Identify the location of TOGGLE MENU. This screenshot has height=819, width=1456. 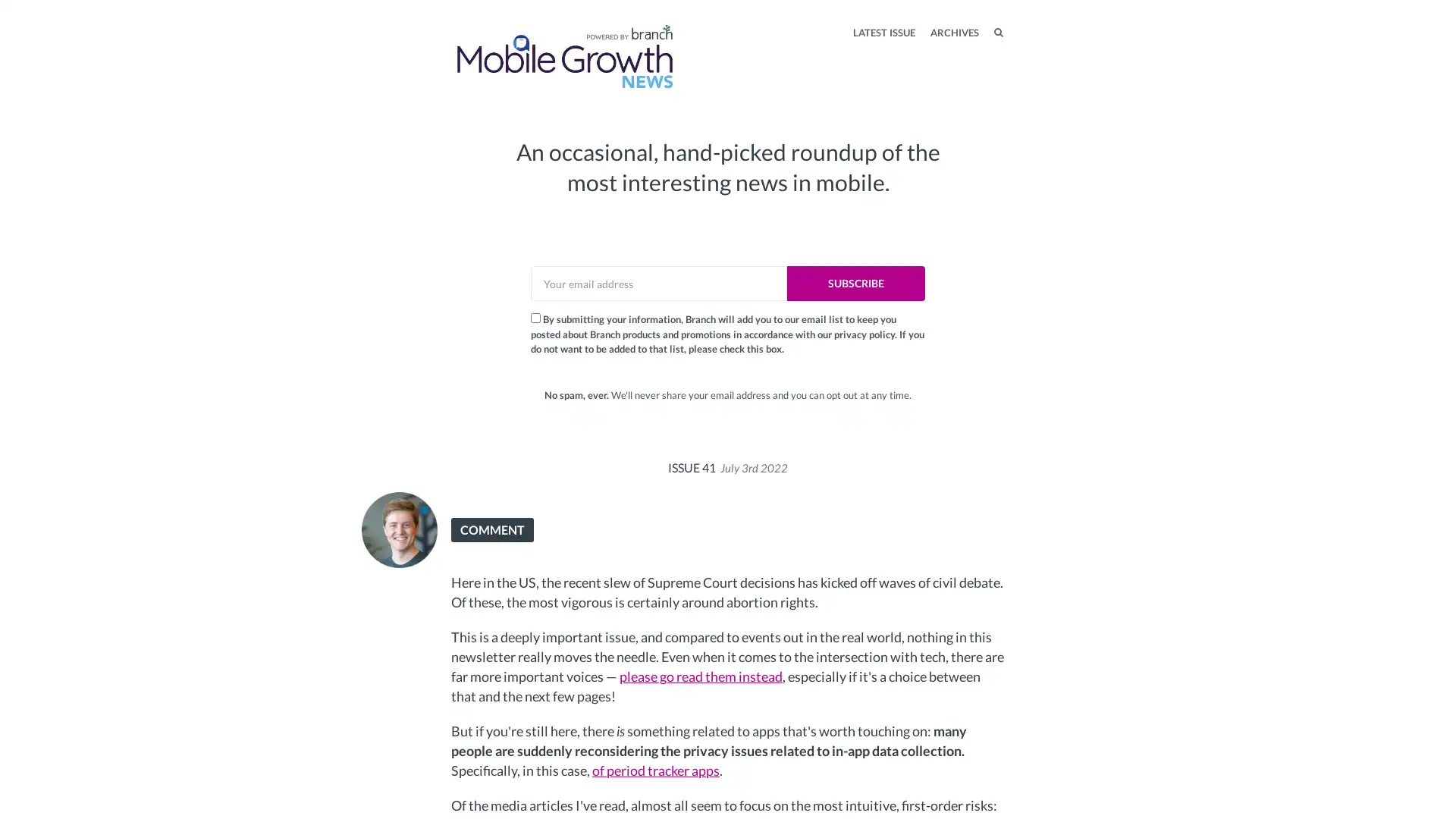
(453, 3).